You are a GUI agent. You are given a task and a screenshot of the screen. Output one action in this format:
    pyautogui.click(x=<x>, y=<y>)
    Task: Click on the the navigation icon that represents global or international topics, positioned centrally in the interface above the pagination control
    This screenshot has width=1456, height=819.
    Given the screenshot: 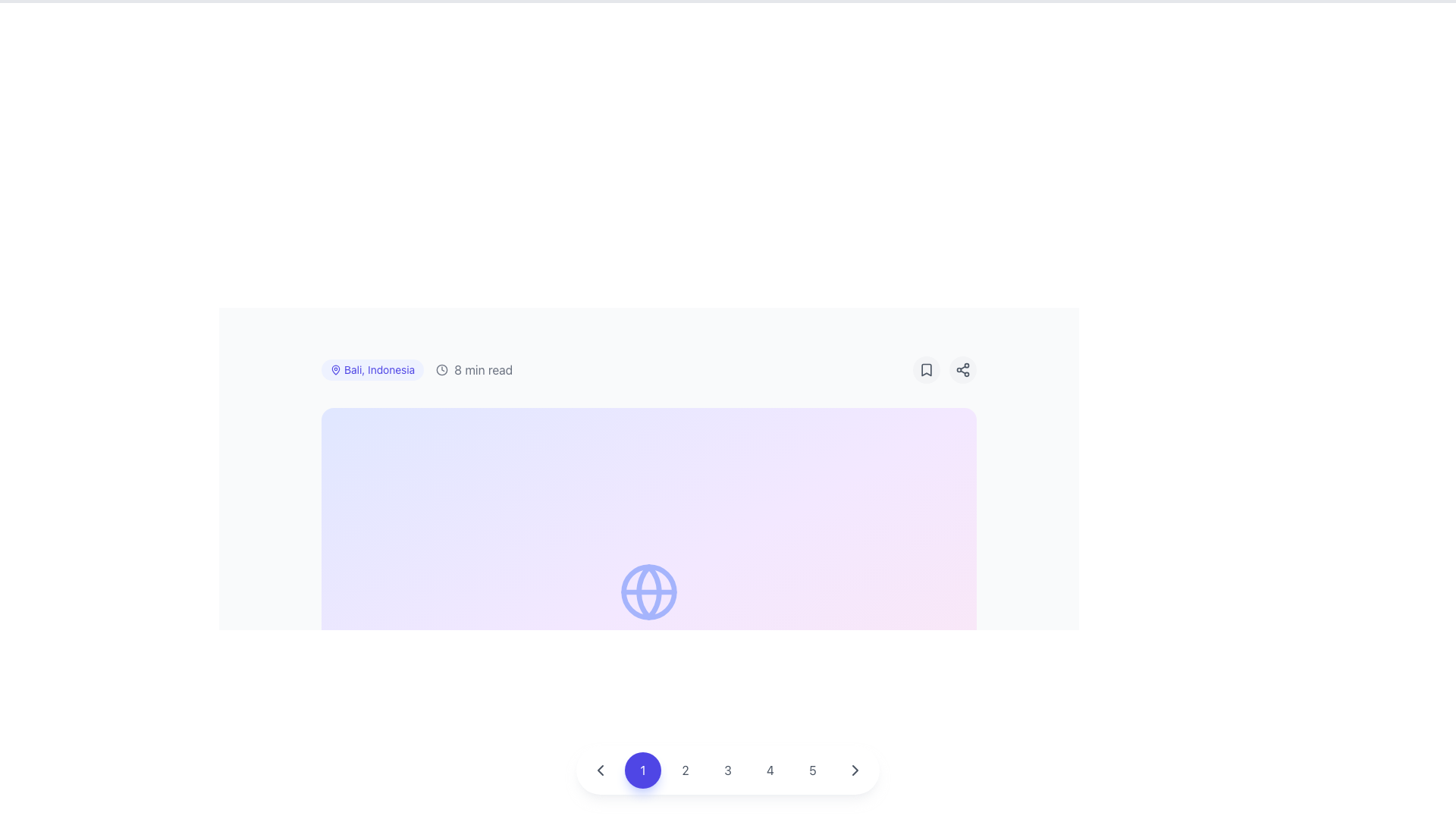 What is the action you would take?
    pyautogui.click(x=648, y=591)
    